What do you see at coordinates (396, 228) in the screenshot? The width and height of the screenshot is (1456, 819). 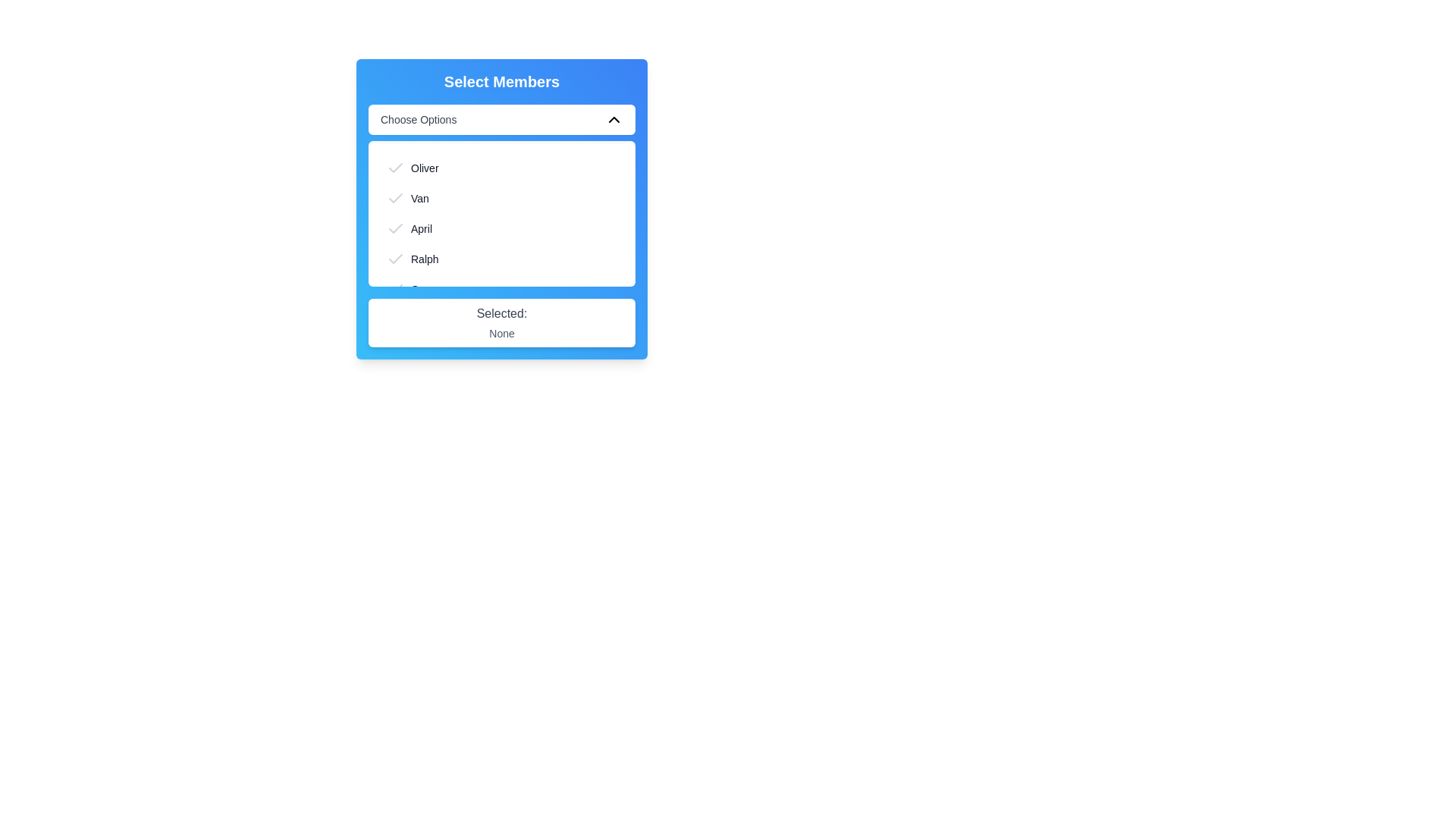 I see `the checkmark icon located to the left of the text 'April' in the dropdown menu` at bounding box center [396, 228].